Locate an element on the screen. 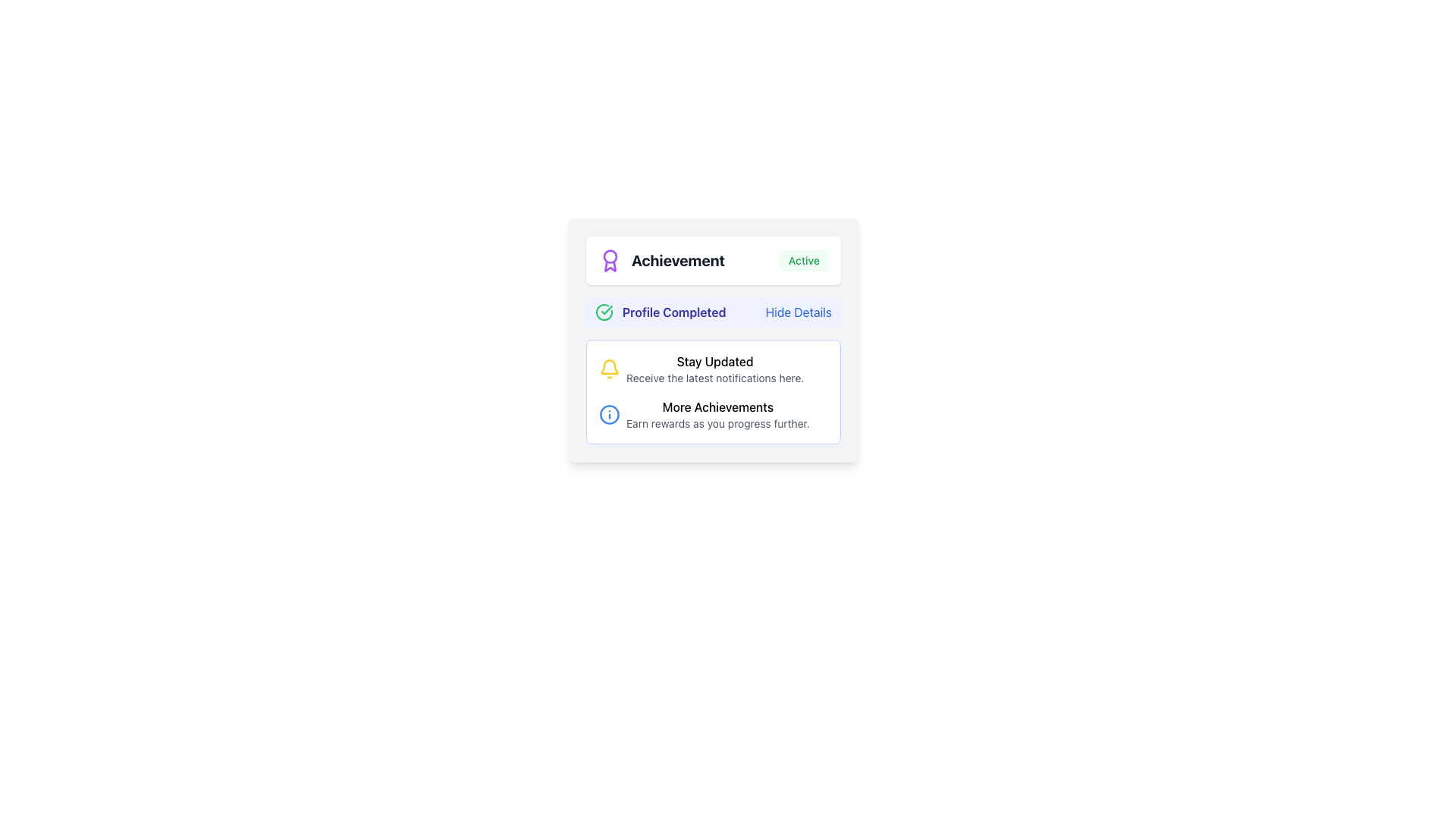  achievements label with icon located at the top-left corner of the white rectangular card, positioned to the left of the 'Active' label is located at coordinates (661, 259).